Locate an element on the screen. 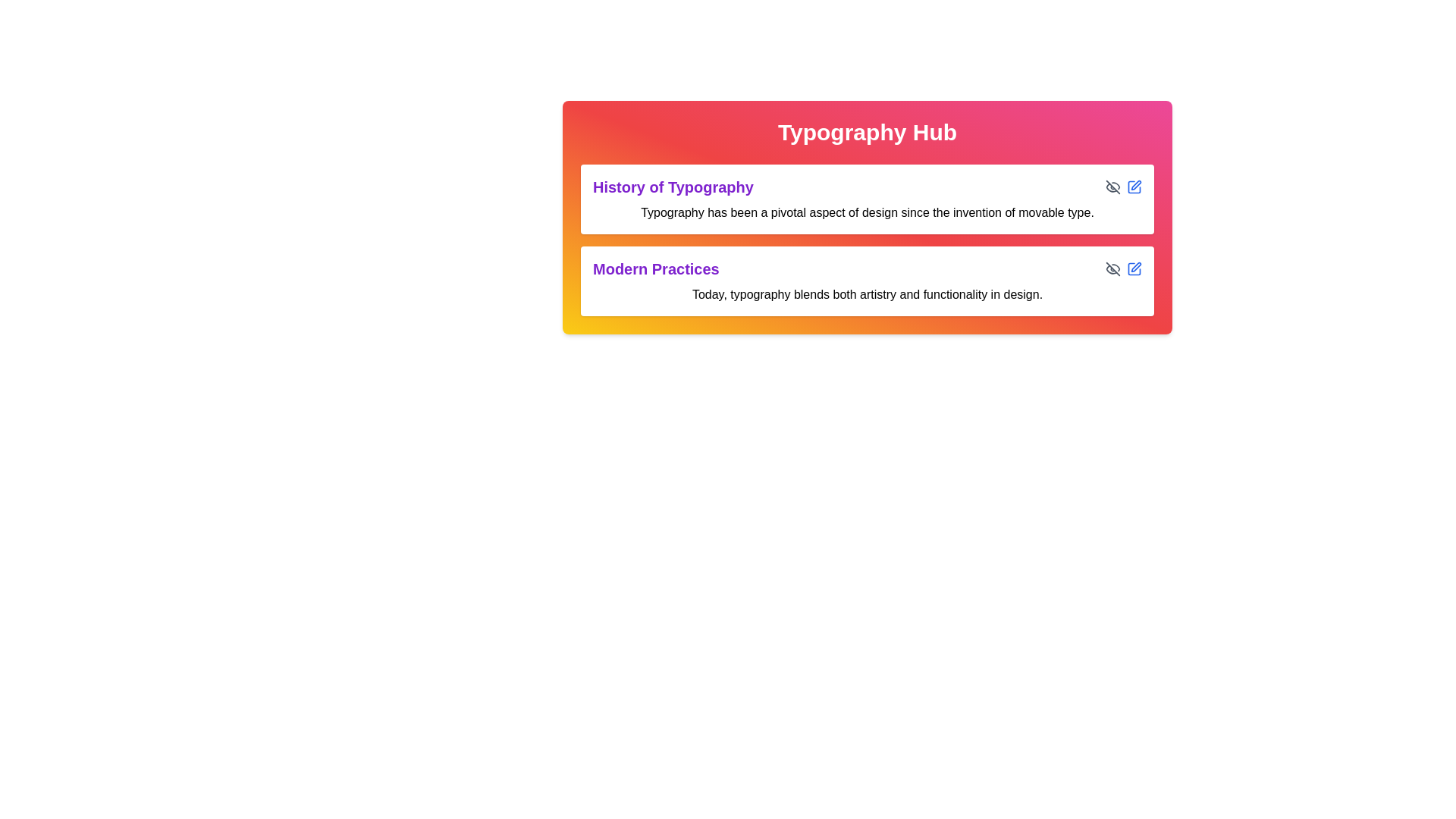 The height and width of the screenshot is (819, 1456). the edit icon located in the second row next to 'Modern Practices' is located at coordinates (1136, 266).